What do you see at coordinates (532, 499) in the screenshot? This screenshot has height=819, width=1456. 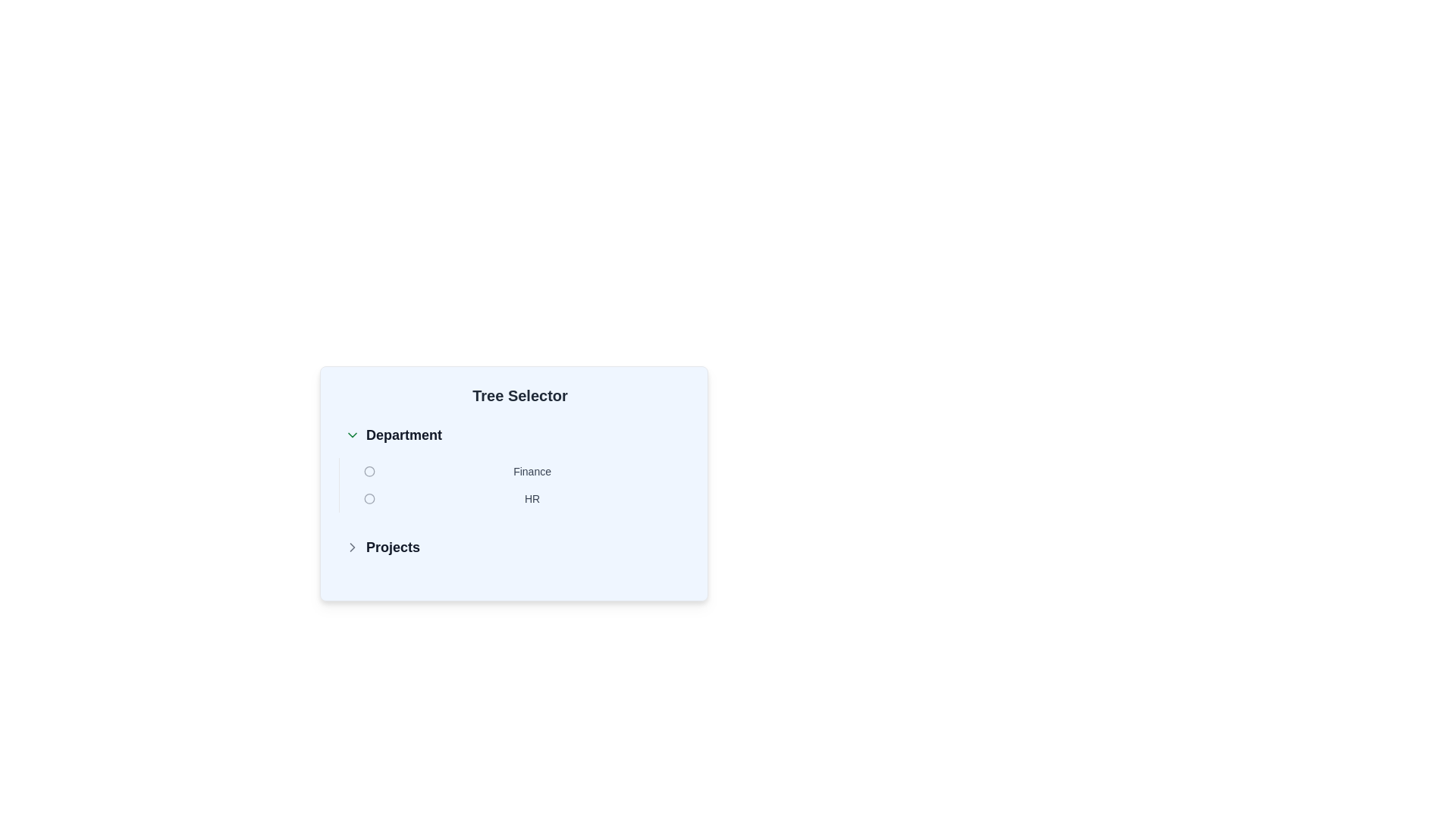 I see `'HR' label in the tree selector under the 'Department' category, which is the second option below 'Finance'` at bounding box center [532, 499].